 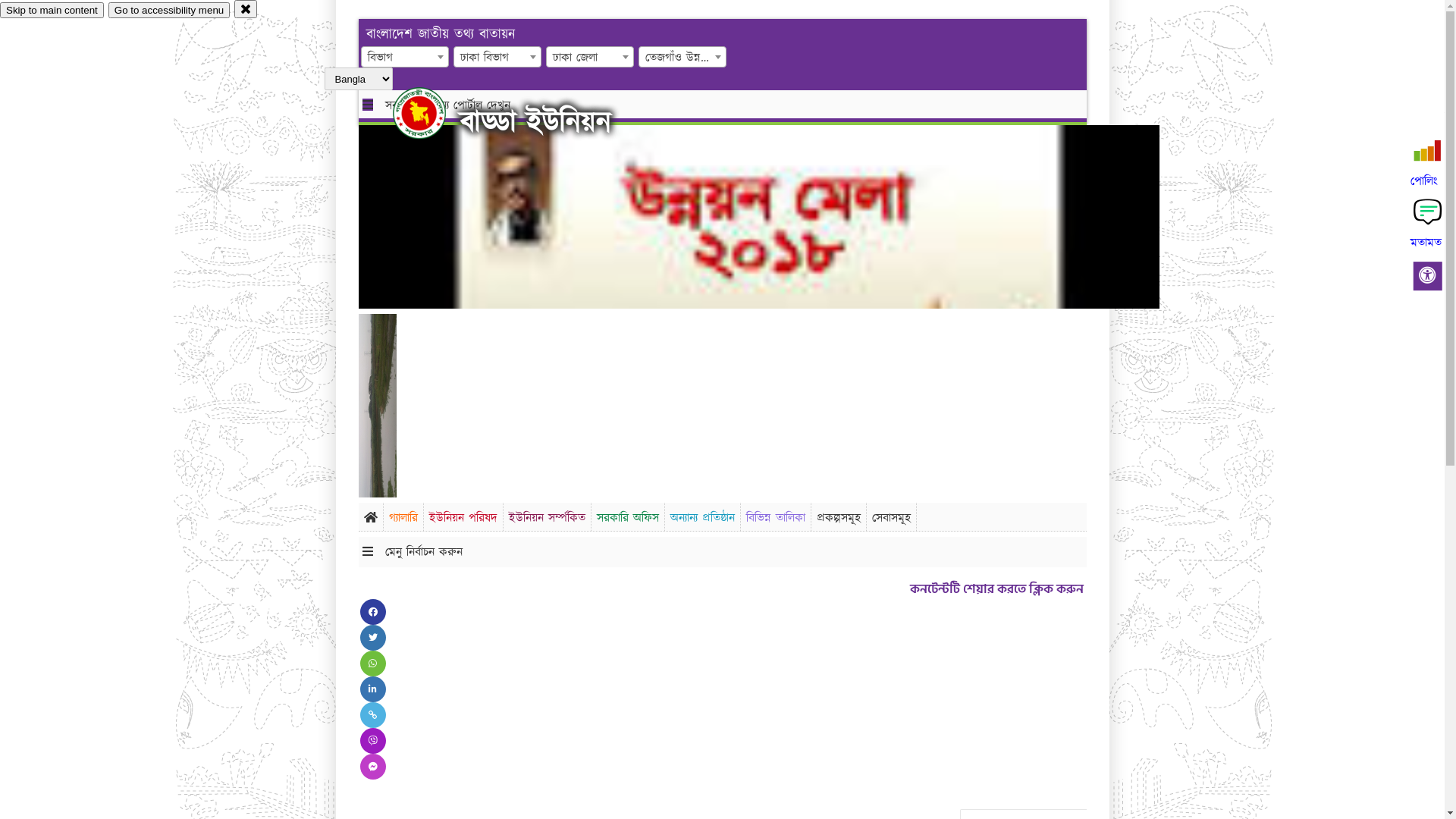 I want to click on ', so click(x=431, y=112).